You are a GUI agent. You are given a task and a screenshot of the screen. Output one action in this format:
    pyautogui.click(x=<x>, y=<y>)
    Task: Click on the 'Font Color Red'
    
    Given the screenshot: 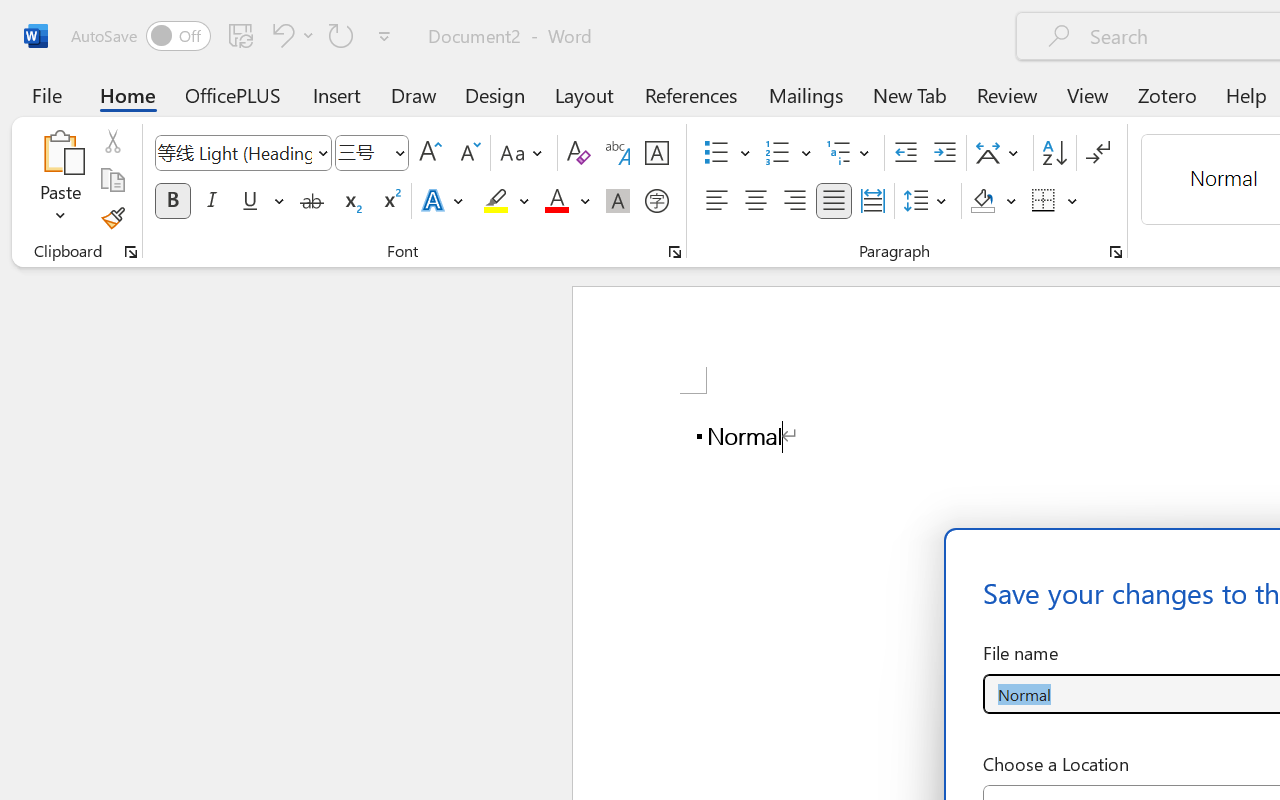 What is the action you would take?
    pyautogui.click(x=556, y=201)
    